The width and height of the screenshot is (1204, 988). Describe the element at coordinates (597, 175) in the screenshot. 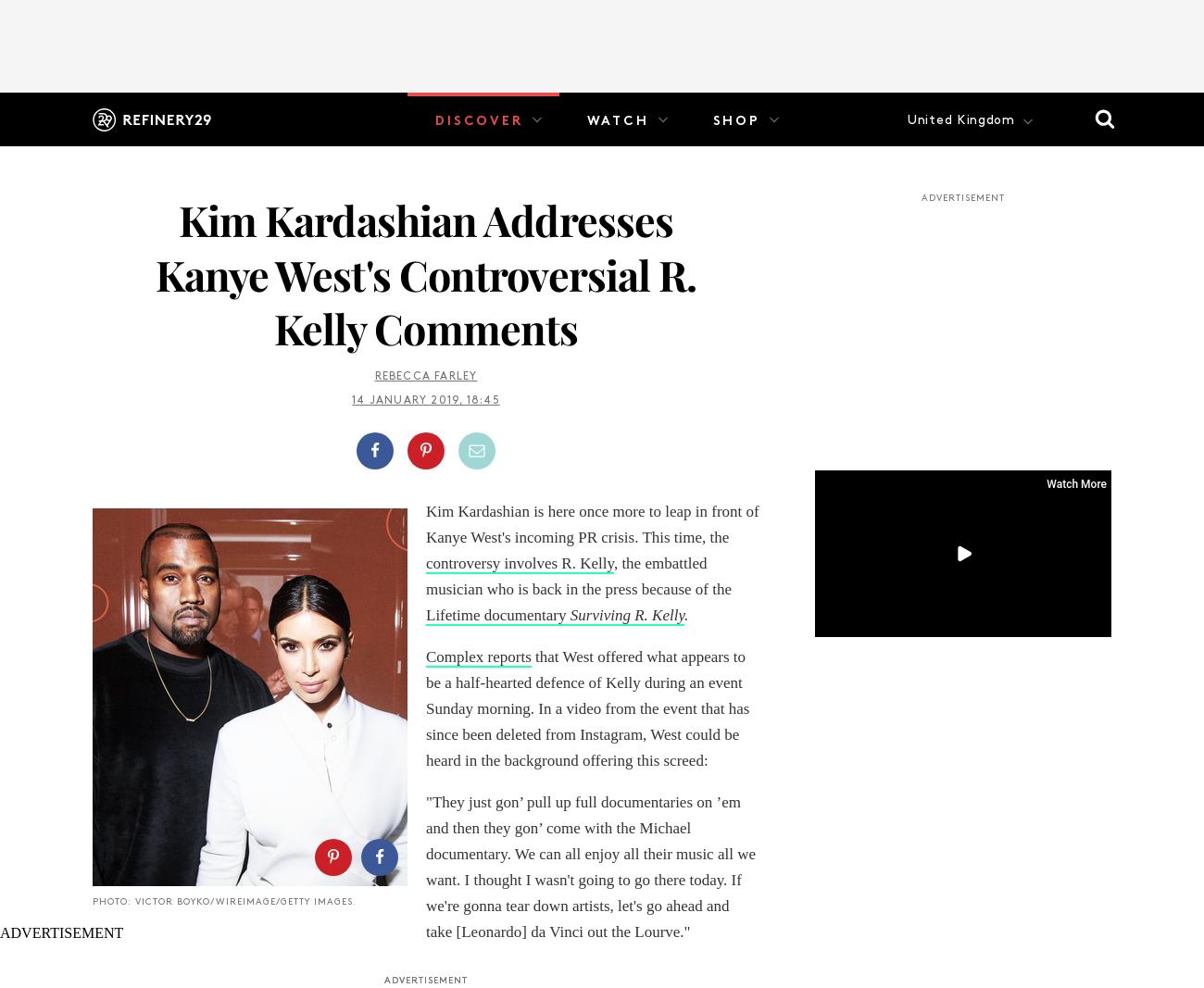

I see `'+More'` at that location.